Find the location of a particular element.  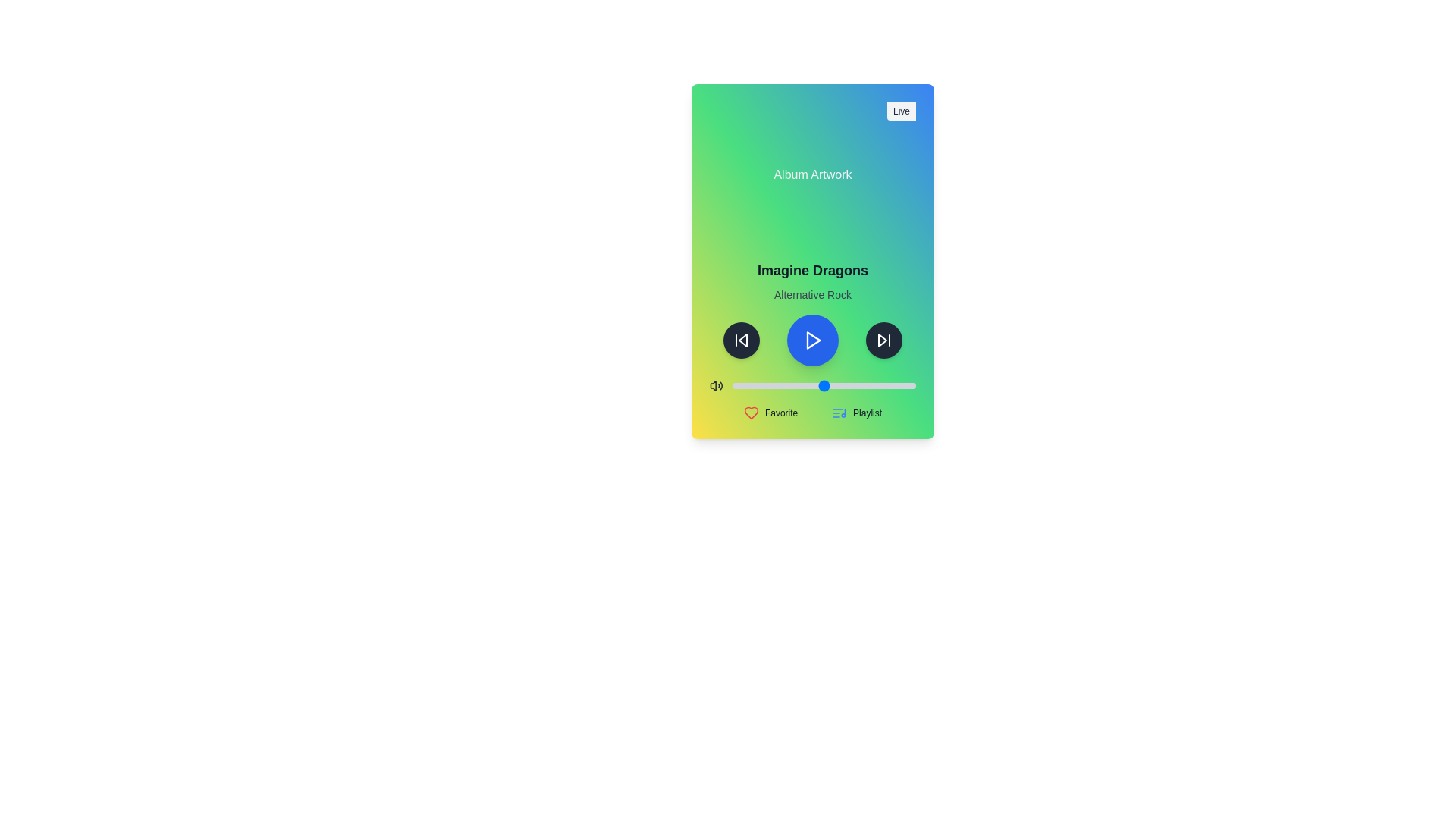

the heart-shaped icon button, which is outlined in red and located to the left of the 'Favorite' label beneath the audio player controls is located at coordinates (751, 413).